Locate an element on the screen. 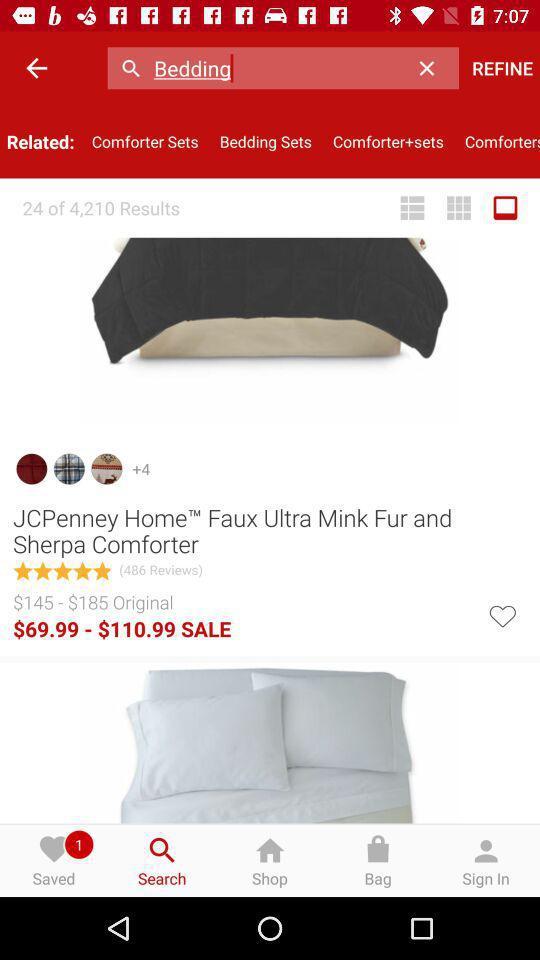 The width and height of the screenshot is (540, 960). item to the right of the comforter sets icon is located at coordinates (265, 140).